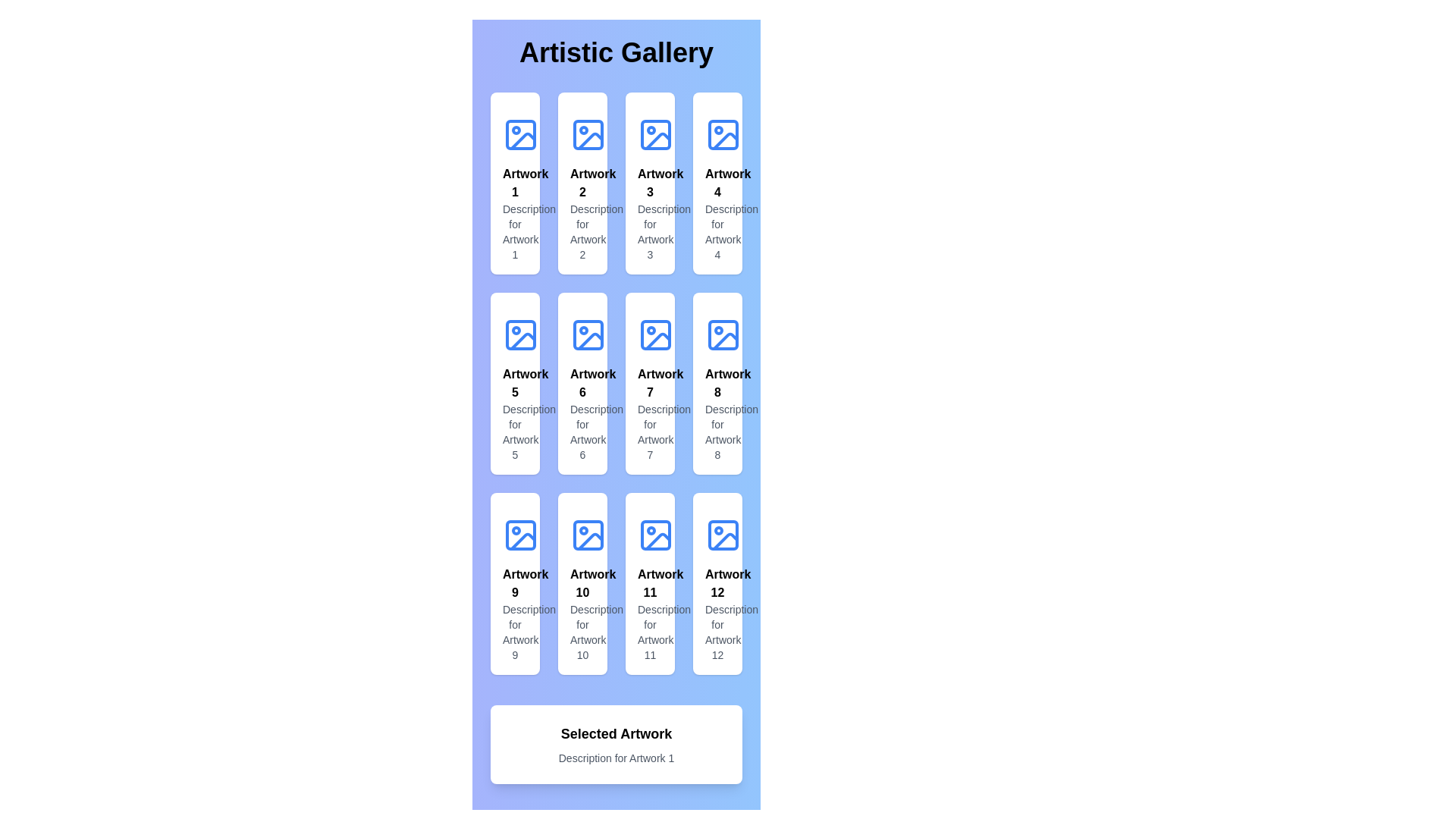  Describe the element at coordinates (650, 382) in the screenshot. I see `the text label that serves as the title for 'Artwork 7', located in the second row and third column of a 4-by-3 grid layout, directly above the description text and below an image icon` at that location.